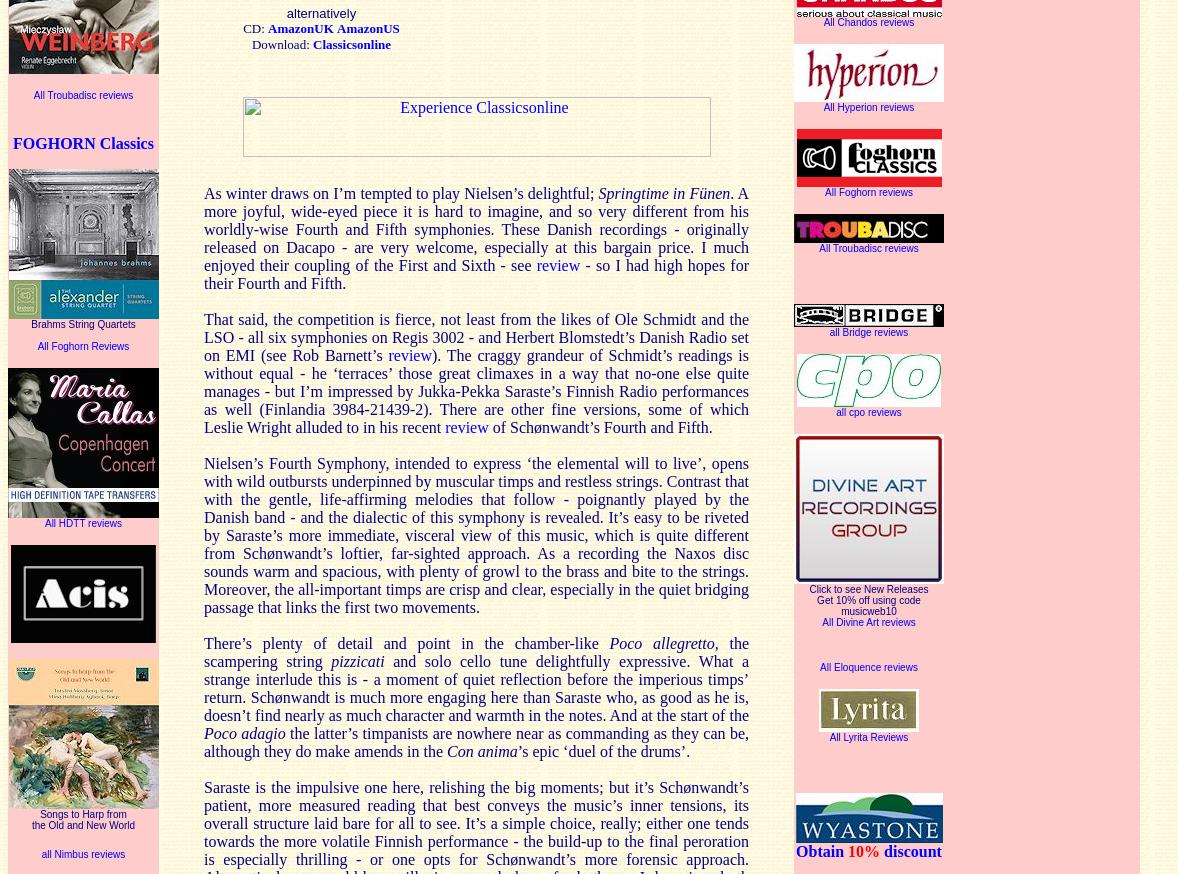 Image resolution: width=1178 pixels, height=874 pixels. Describe the element at coordinates (351, 42) in the screenshot. I see `'Classicsonline'` at that location.